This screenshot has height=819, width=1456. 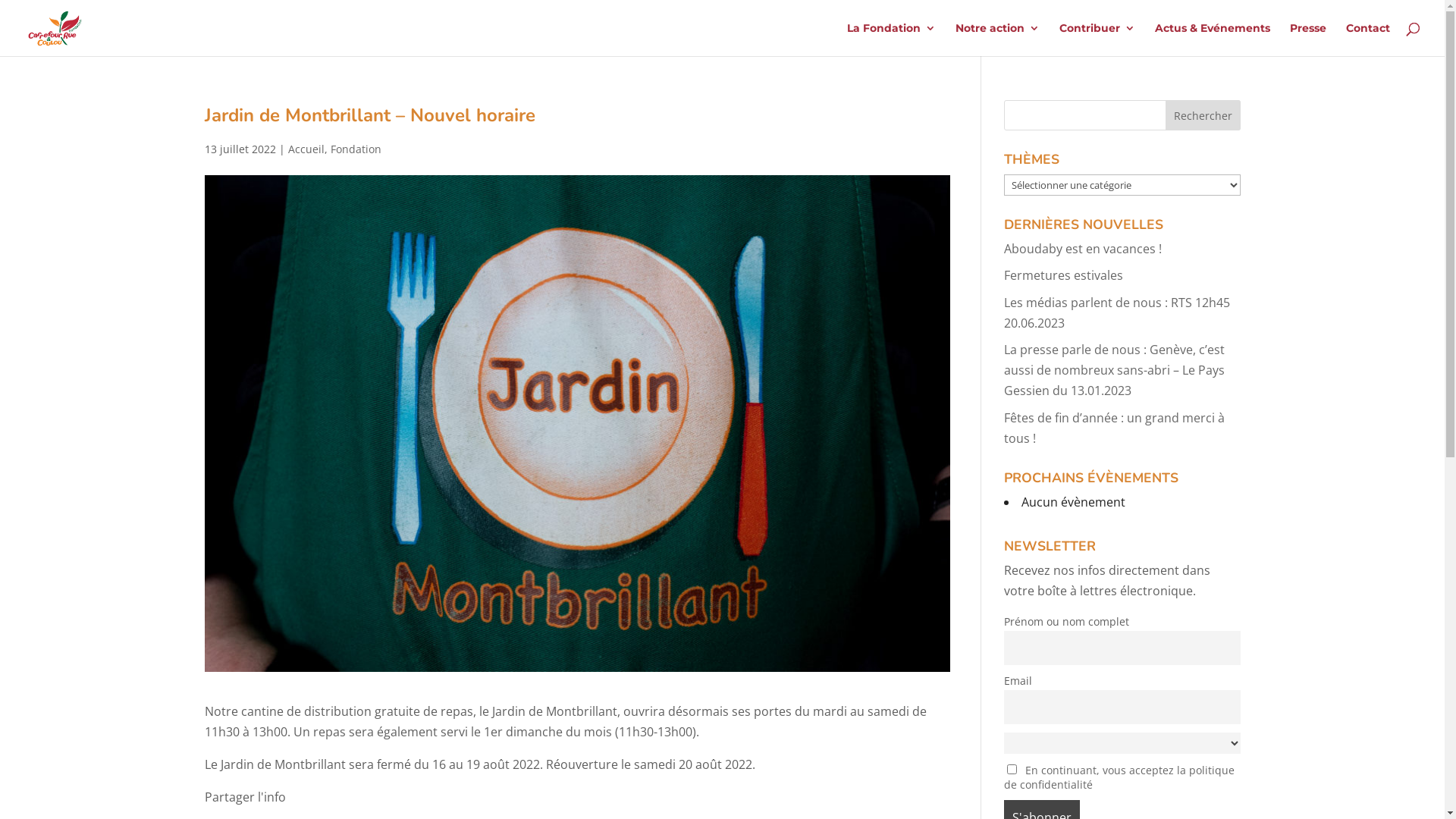 What do you see at coordinates (846, 38) in the screenshot?
I see `'La Fondation'` at bounding box center [846, 38].